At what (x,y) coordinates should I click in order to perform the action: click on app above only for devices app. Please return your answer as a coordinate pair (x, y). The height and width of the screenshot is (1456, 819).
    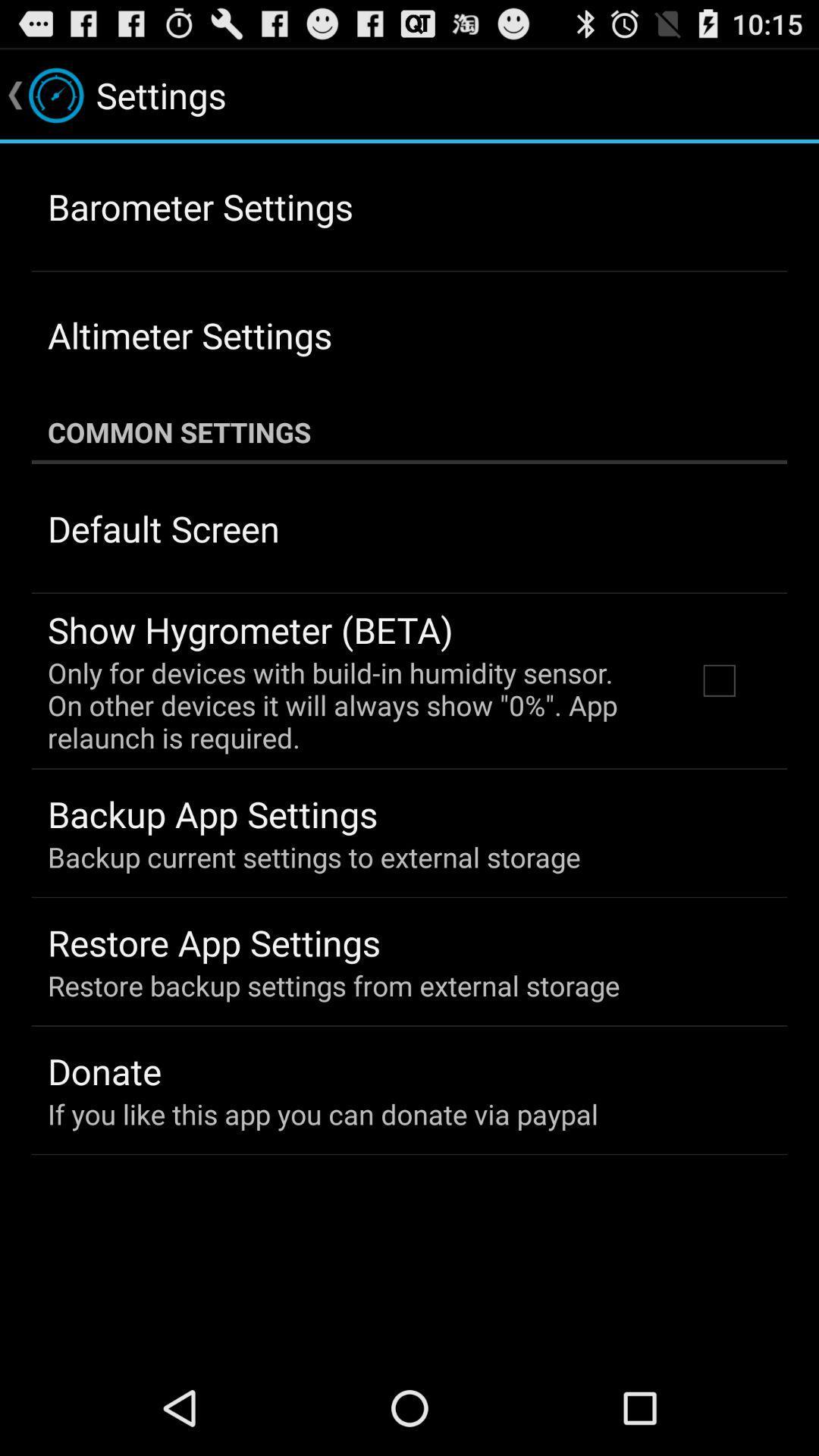
    Looking at the image, I should click on (249, 629).